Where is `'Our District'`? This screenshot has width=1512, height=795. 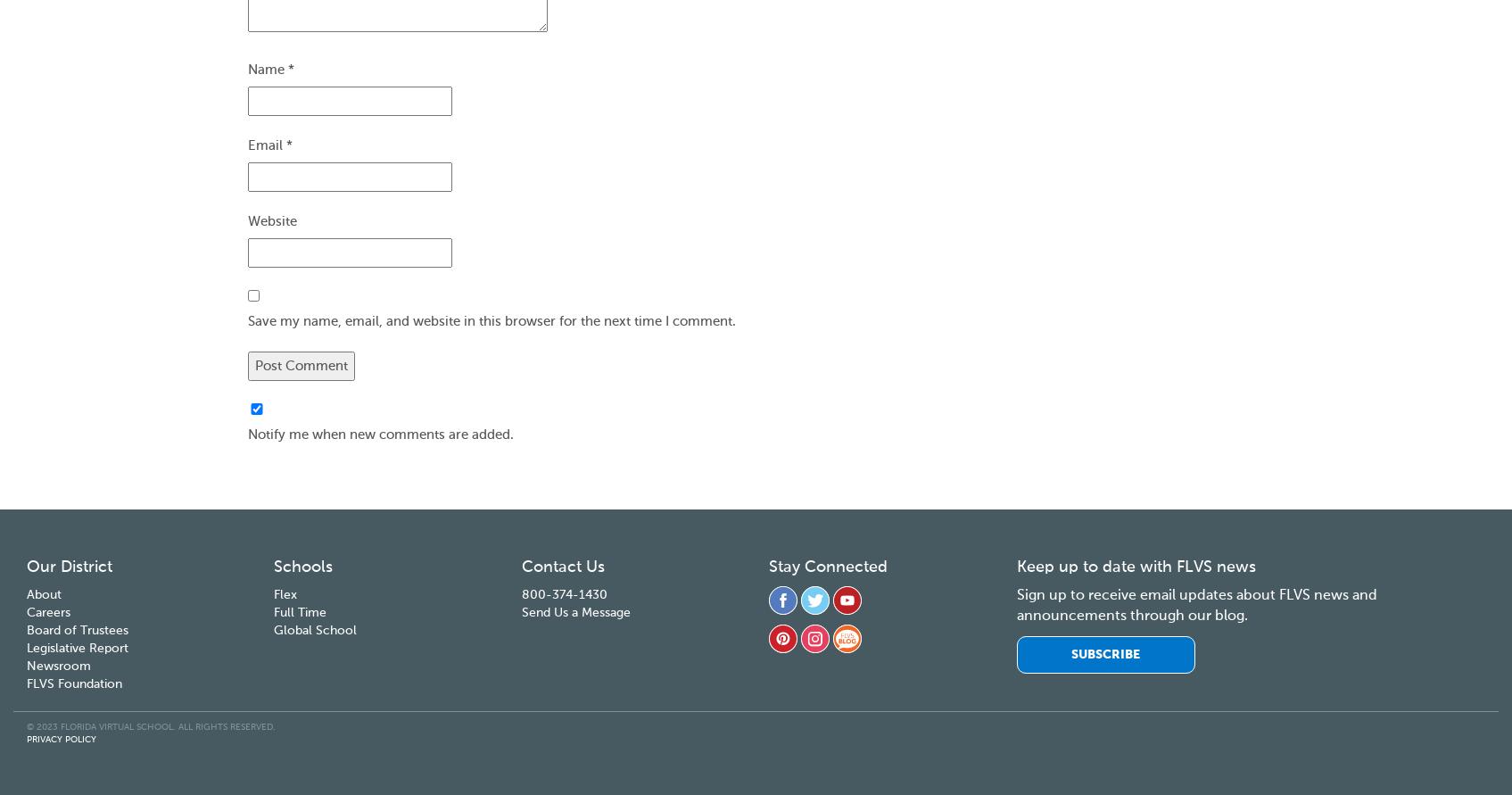 'Our District' is located at coordinates (27, 566).